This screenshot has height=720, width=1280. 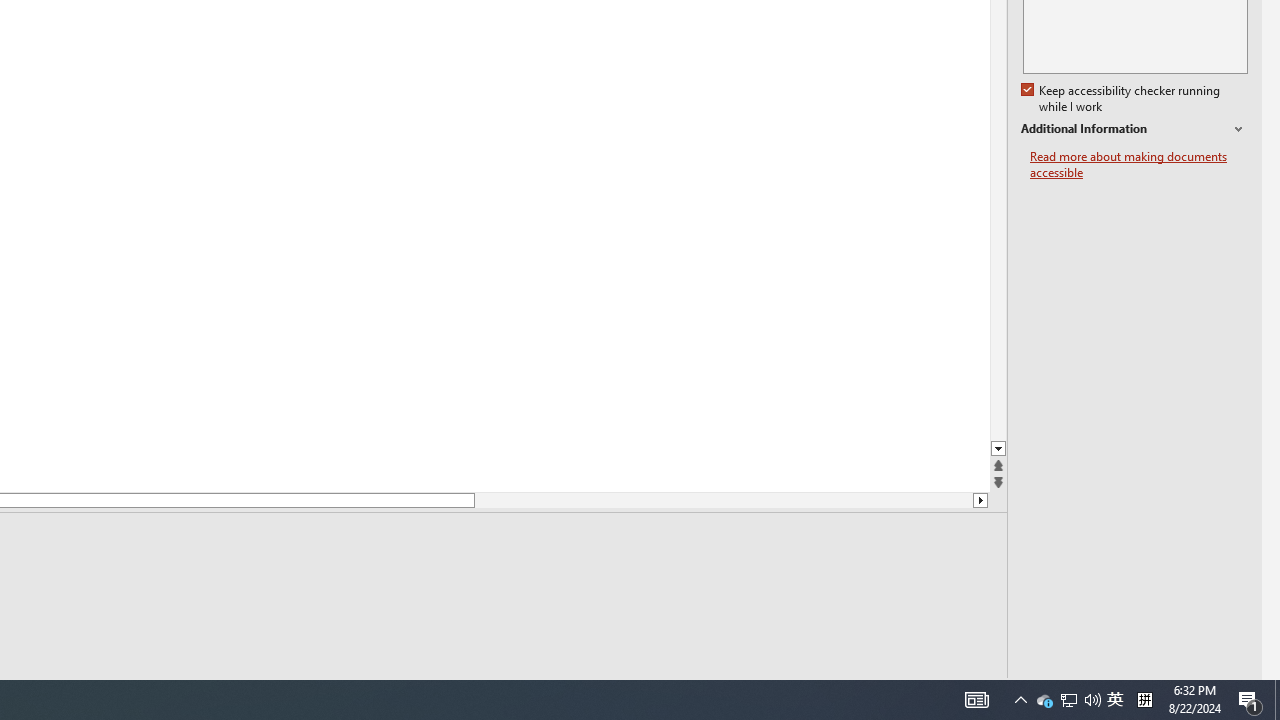 What do you see at coordinates (977, 698) in the screenshot?
I see `'Notification Chevron'` at bounding box center [977, 698].